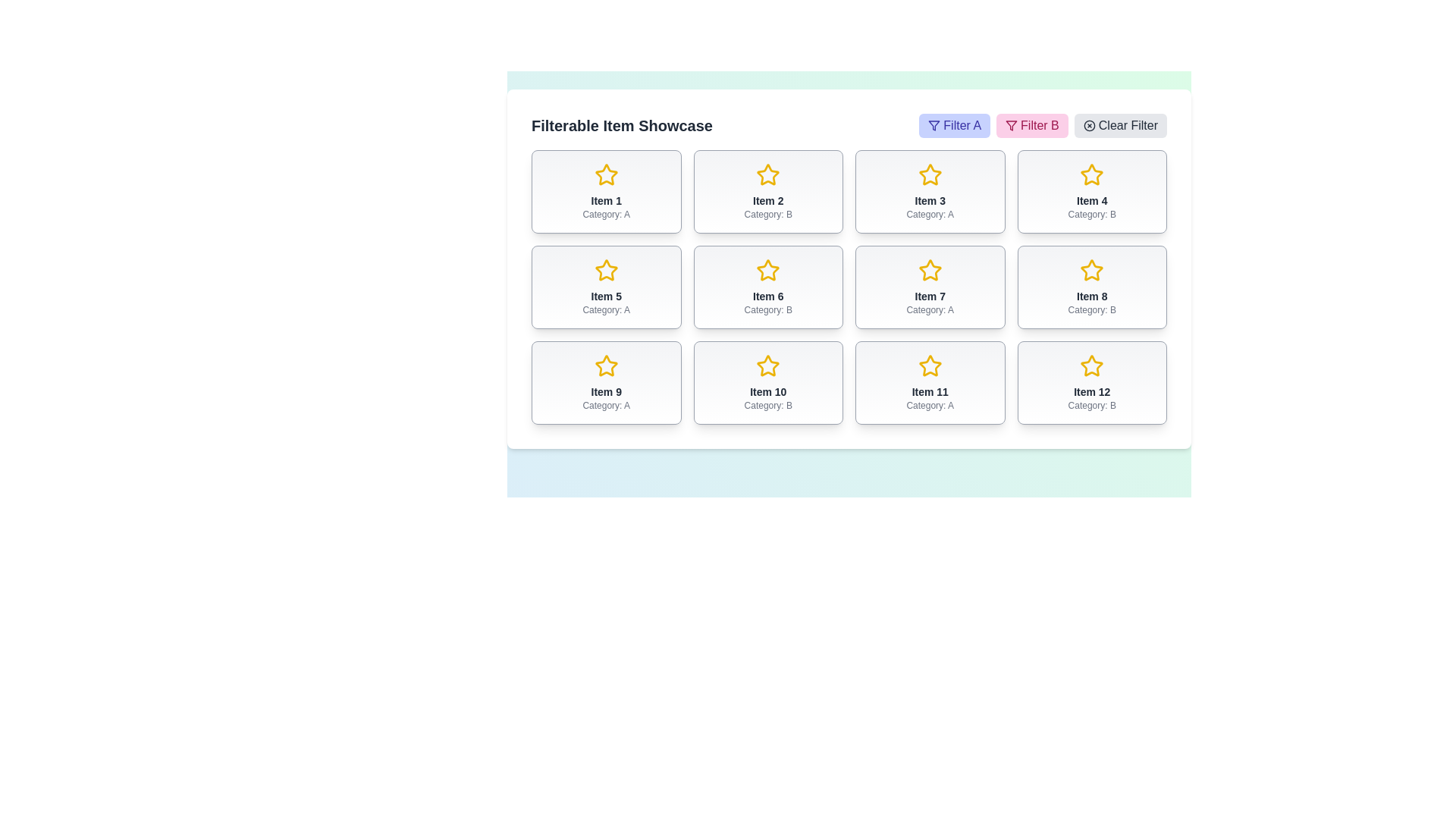 This screenshot has height=819, width=1456. What do you see at coordinates (929, 174) in the screenshot?
I see `the hollow yellow bordered star icon located in the 3rd position of the first row in the 'Filterable Item Showcase' section, specifically associated with 'Item 3 Category: A'` at bounding box center [929, 174].